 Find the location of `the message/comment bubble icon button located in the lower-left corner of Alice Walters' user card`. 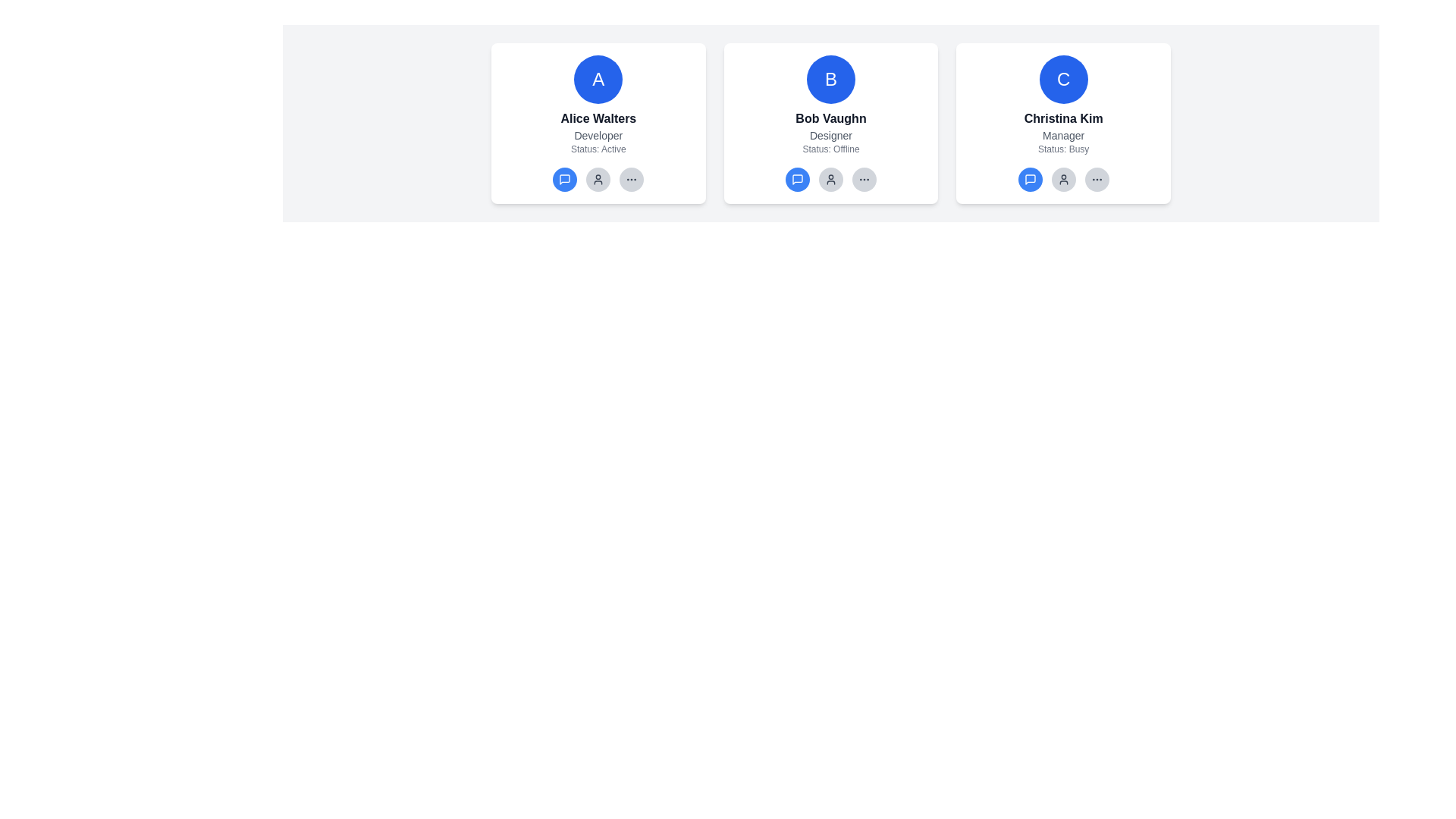

the message/comment bubble icon button located in the lower-left corner of Alice Walters' user card is located at coordinates (564, 178).